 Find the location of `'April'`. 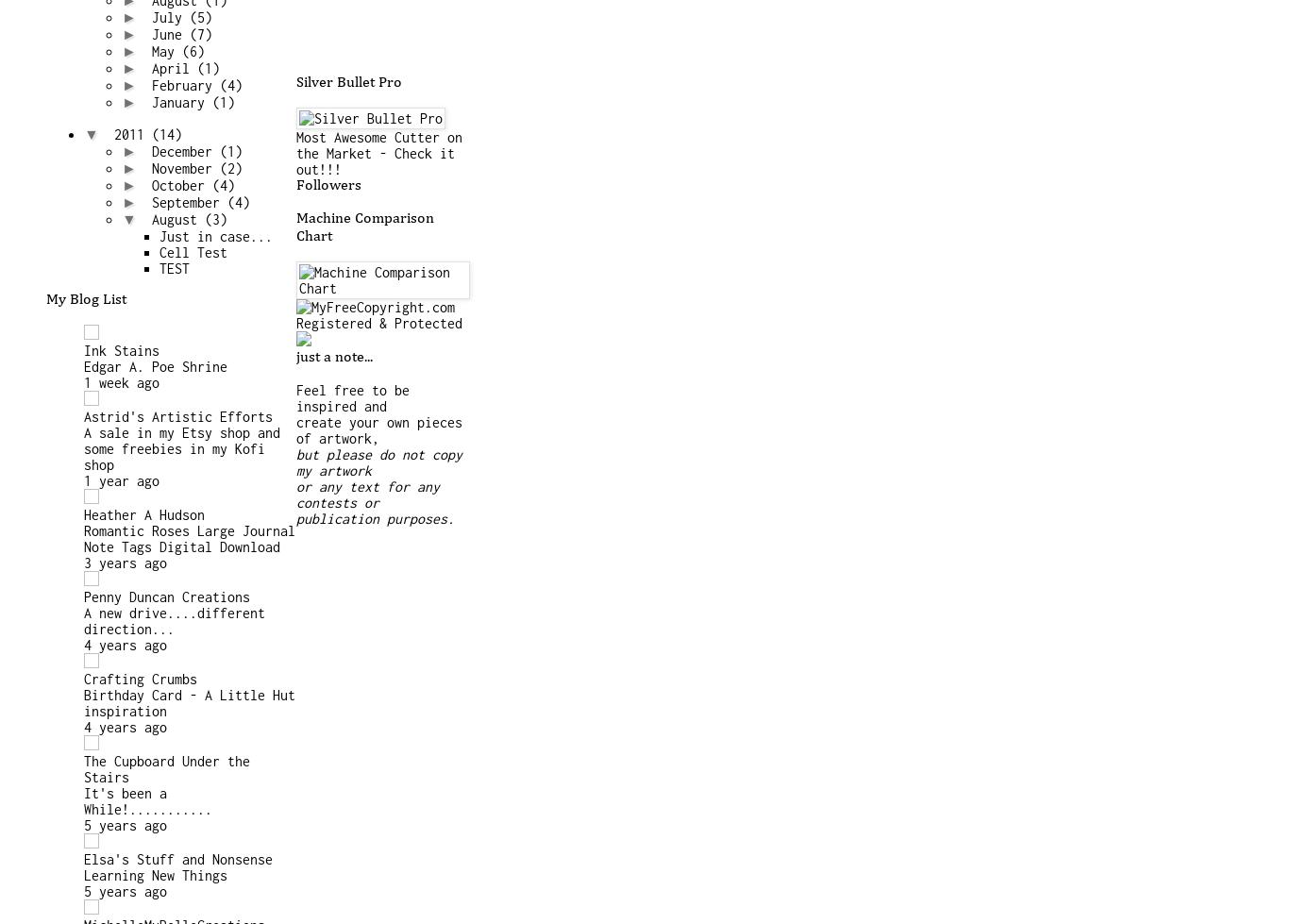

'April' is located at coordinates (151, 68).